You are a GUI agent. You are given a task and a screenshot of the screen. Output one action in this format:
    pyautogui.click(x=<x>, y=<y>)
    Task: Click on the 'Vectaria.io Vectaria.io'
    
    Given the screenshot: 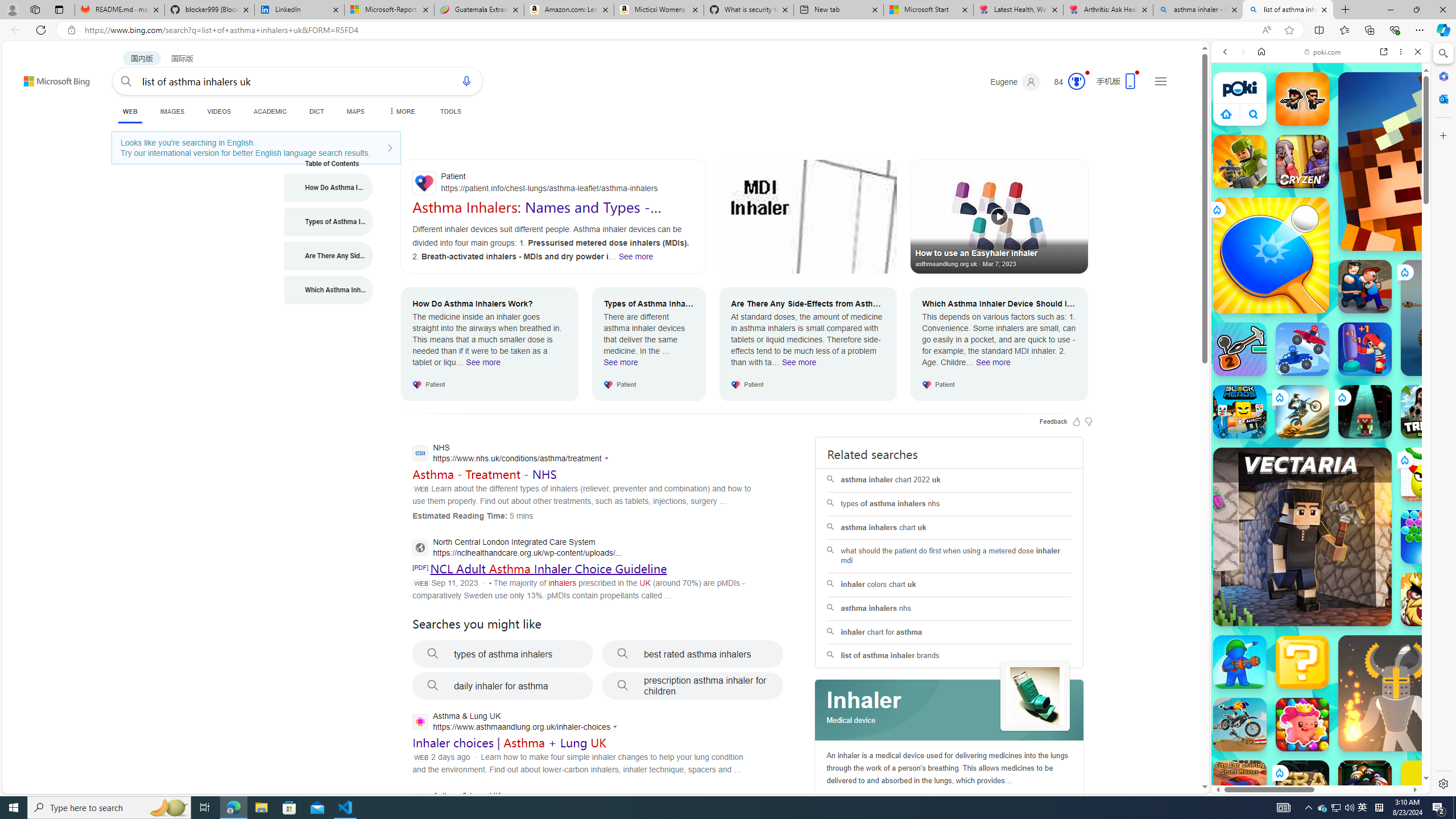 What is the action you would take?
    pyautogui.click(x=1301, y=536)
    